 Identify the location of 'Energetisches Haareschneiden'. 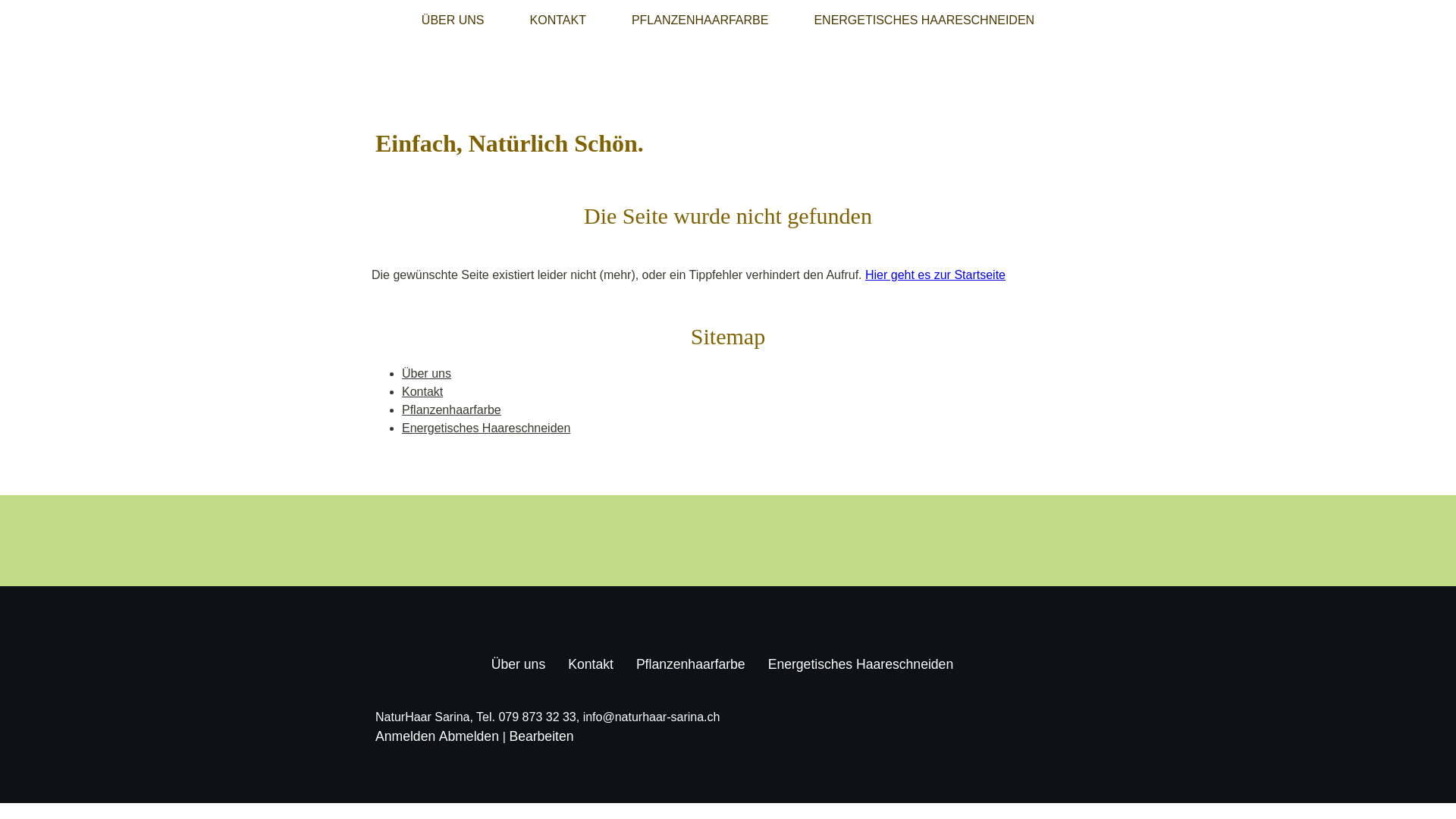
(486, 428).